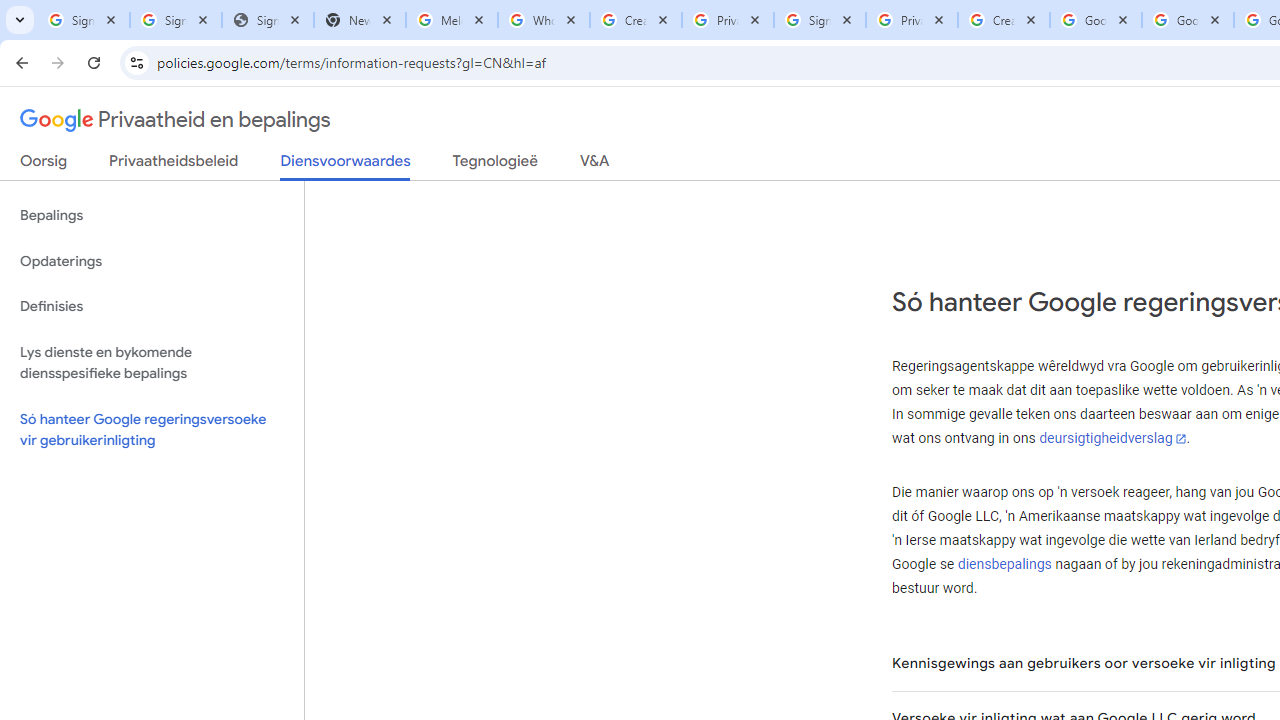 This screenshot has height=720, width=1280. What do you see at coordinates (44, 164) in the screenshot?
I see `'Oorsig'` at bounding box center [44, 164].